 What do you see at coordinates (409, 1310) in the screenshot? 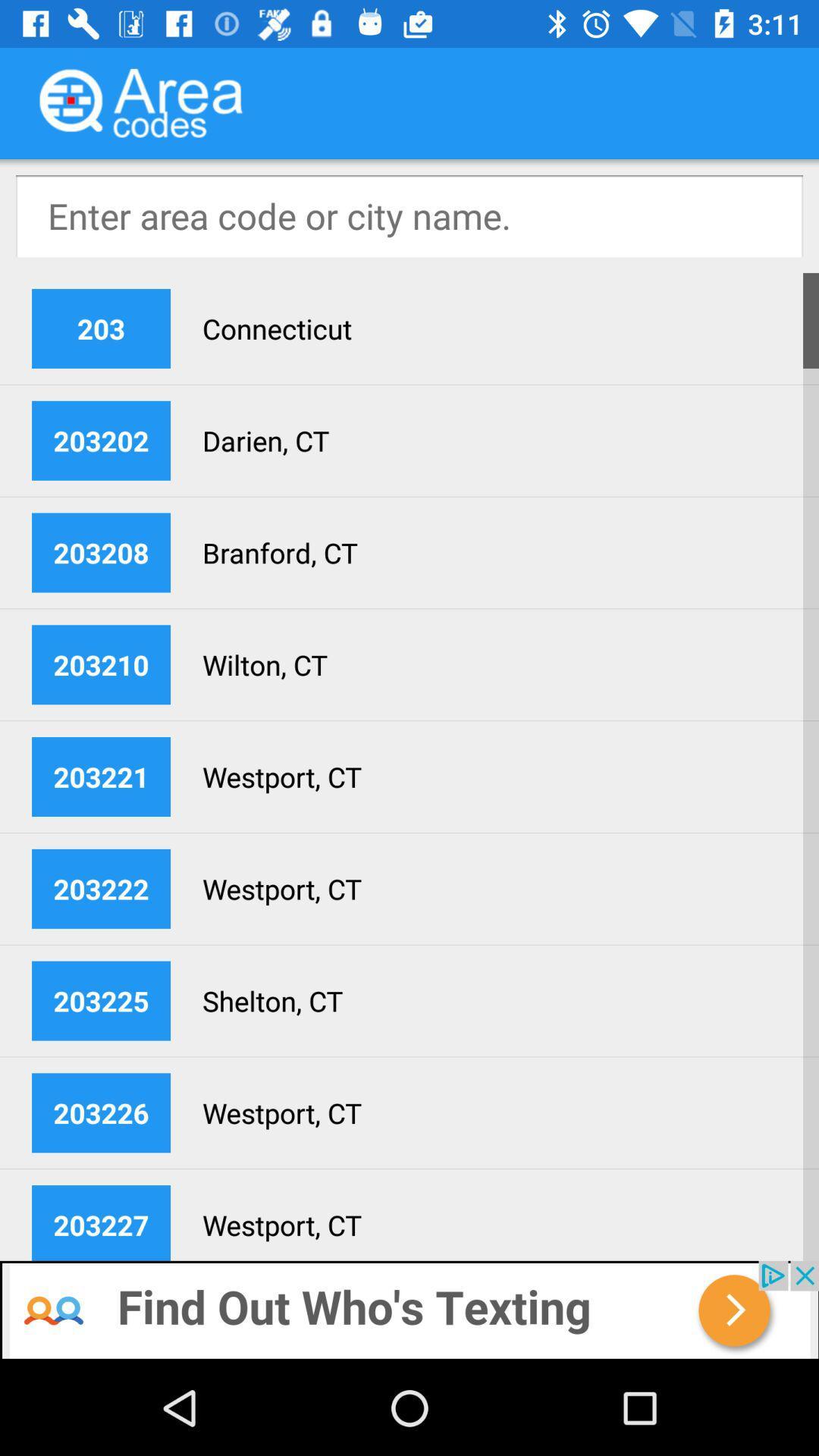
I see `back farce` at bounding box center [409, 1310].